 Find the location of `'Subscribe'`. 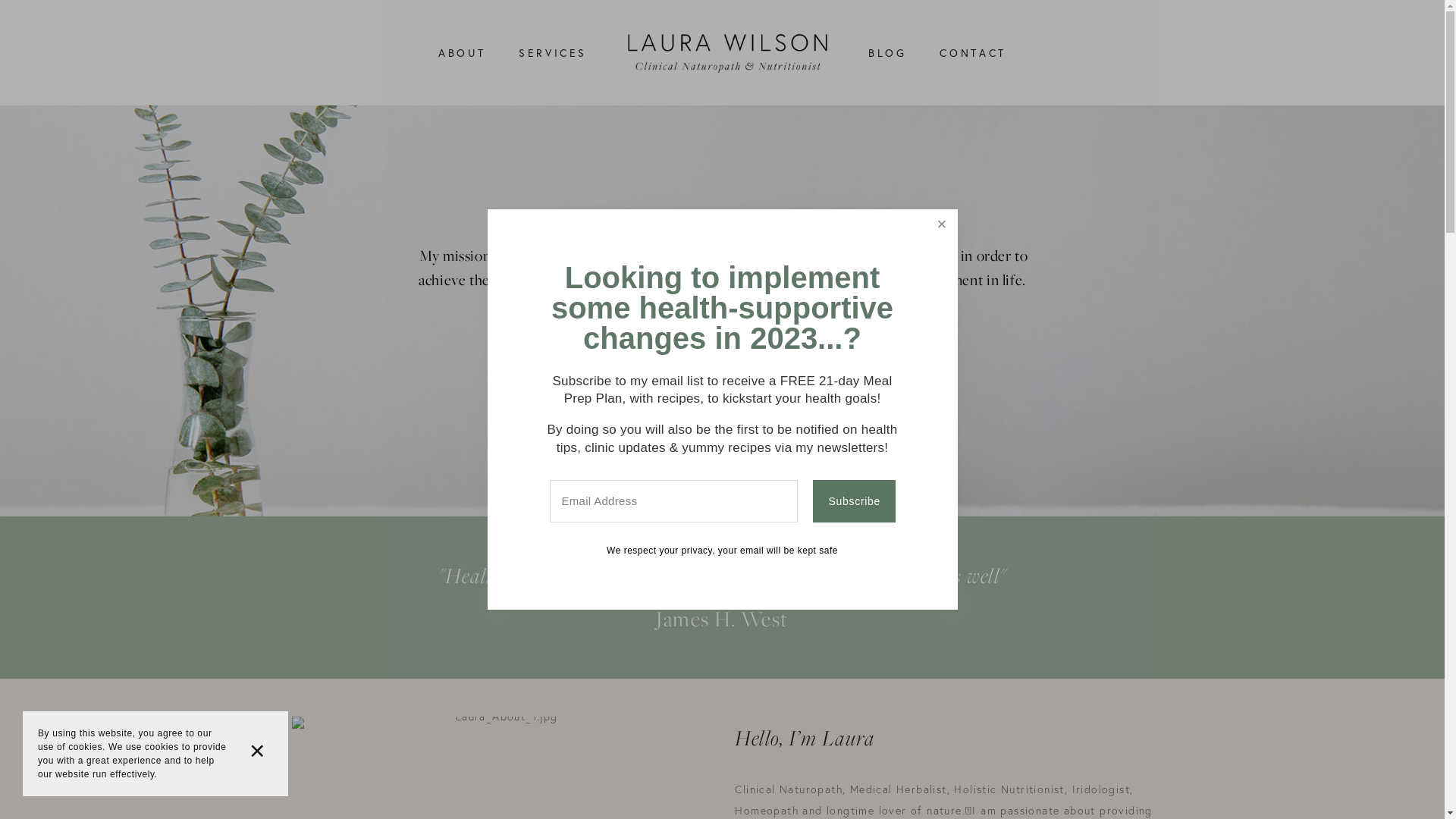

'Subscribe' is located at coordinates (811, 500).